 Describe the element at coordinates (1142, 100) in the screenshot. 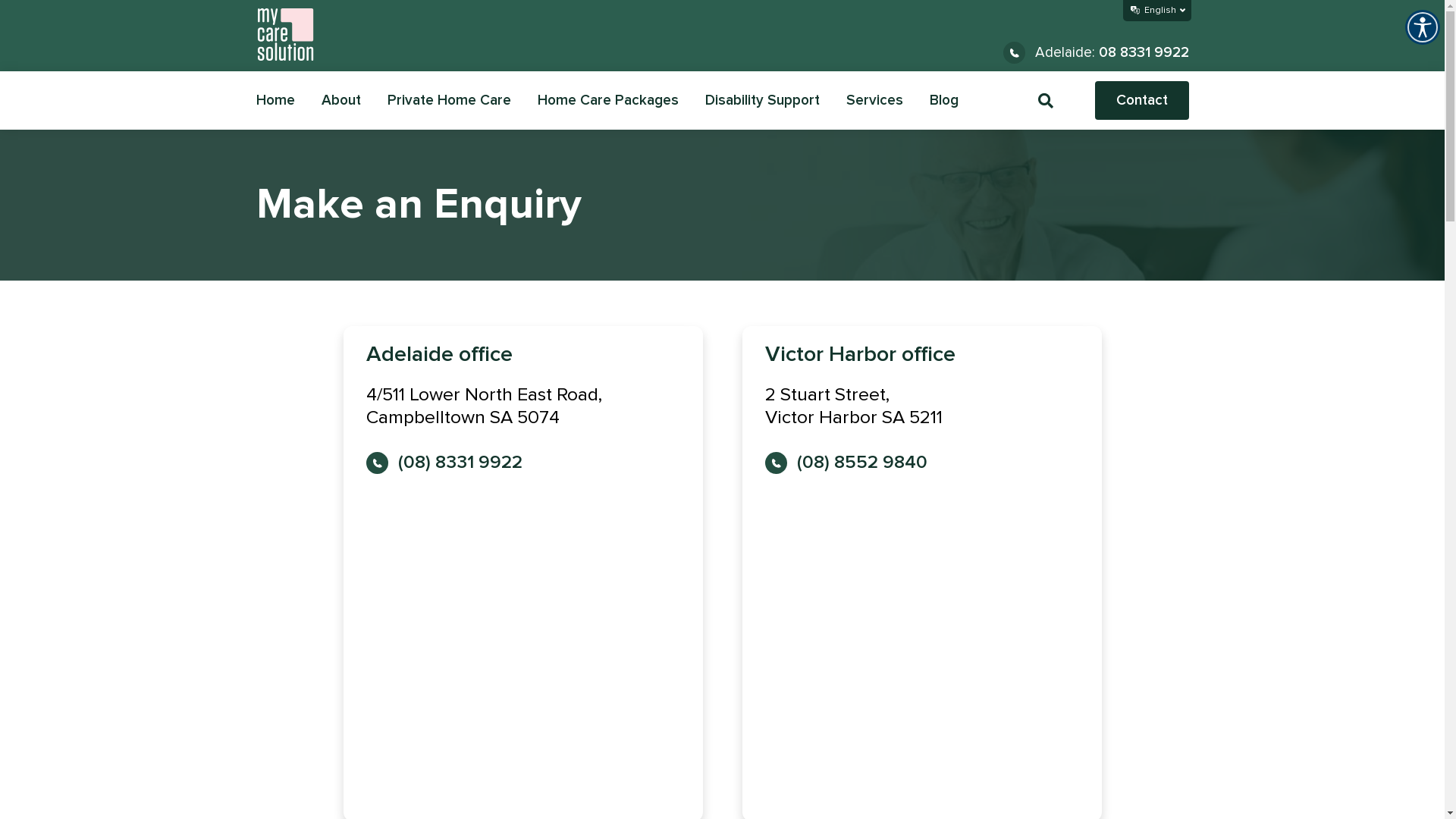

I see `'Contact'` at that location.